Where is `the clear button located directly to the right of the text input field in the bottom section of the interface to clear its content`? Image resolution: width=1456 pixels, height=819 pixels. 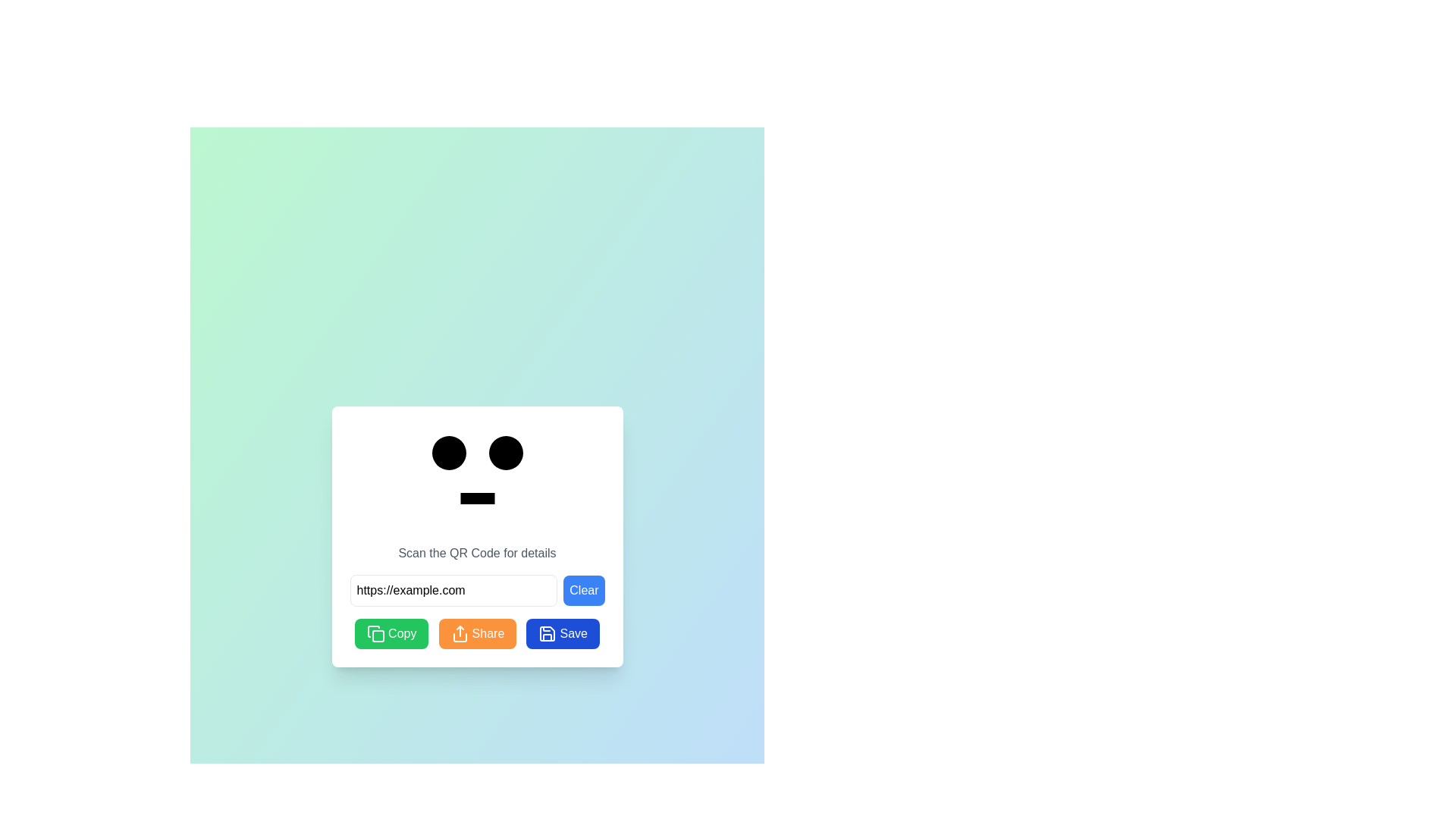
the clear button located directly to the right of the text input field in the bottom section of the interface to clear its content is located at coordinates (583, 590).